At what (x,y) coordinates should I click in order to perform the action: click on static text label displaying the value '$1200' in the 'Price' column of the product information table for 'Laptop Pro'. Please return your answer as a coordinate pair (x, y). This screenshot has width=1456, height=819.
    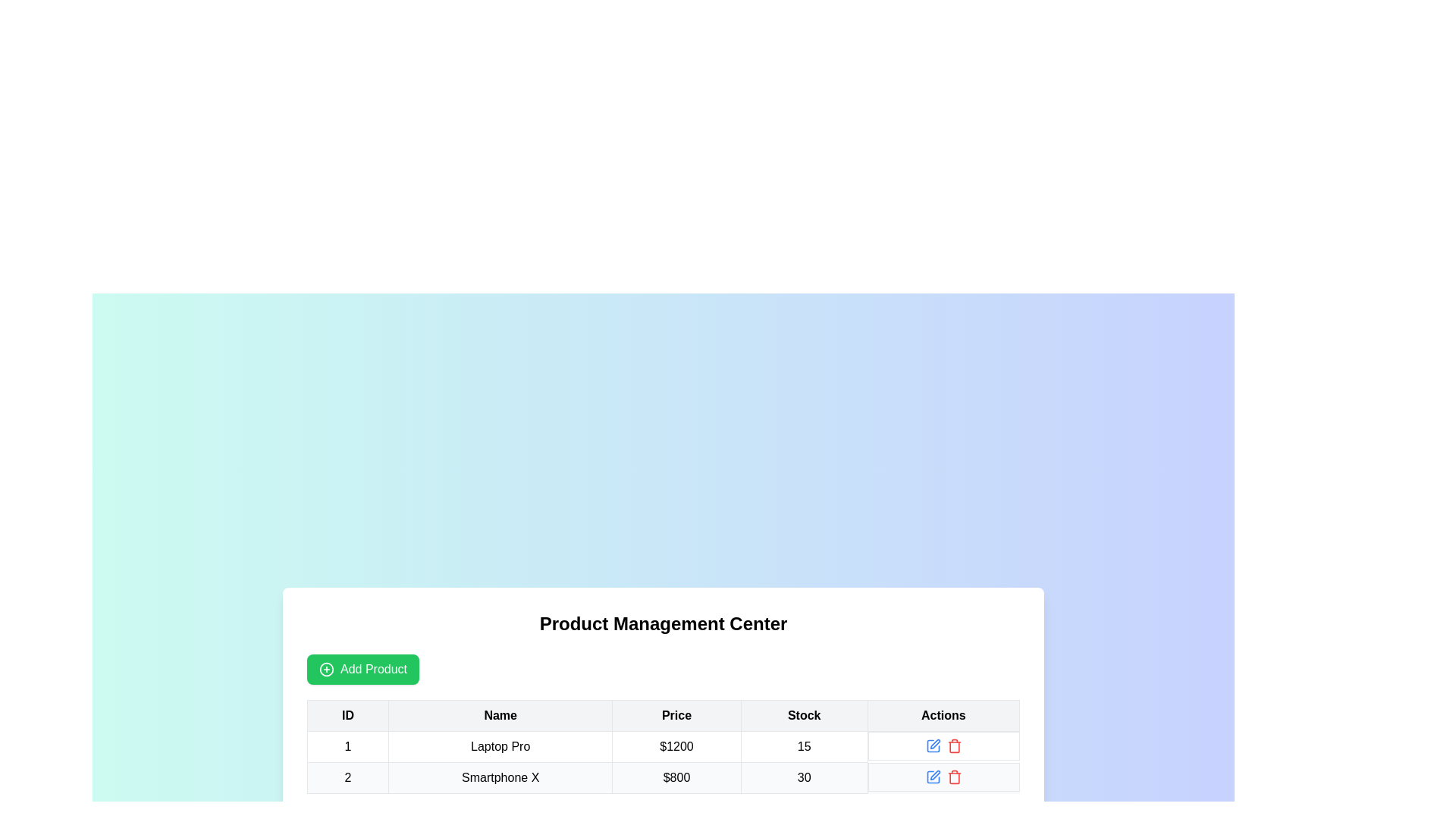
    Looking at the image, I should click on (676, 745).